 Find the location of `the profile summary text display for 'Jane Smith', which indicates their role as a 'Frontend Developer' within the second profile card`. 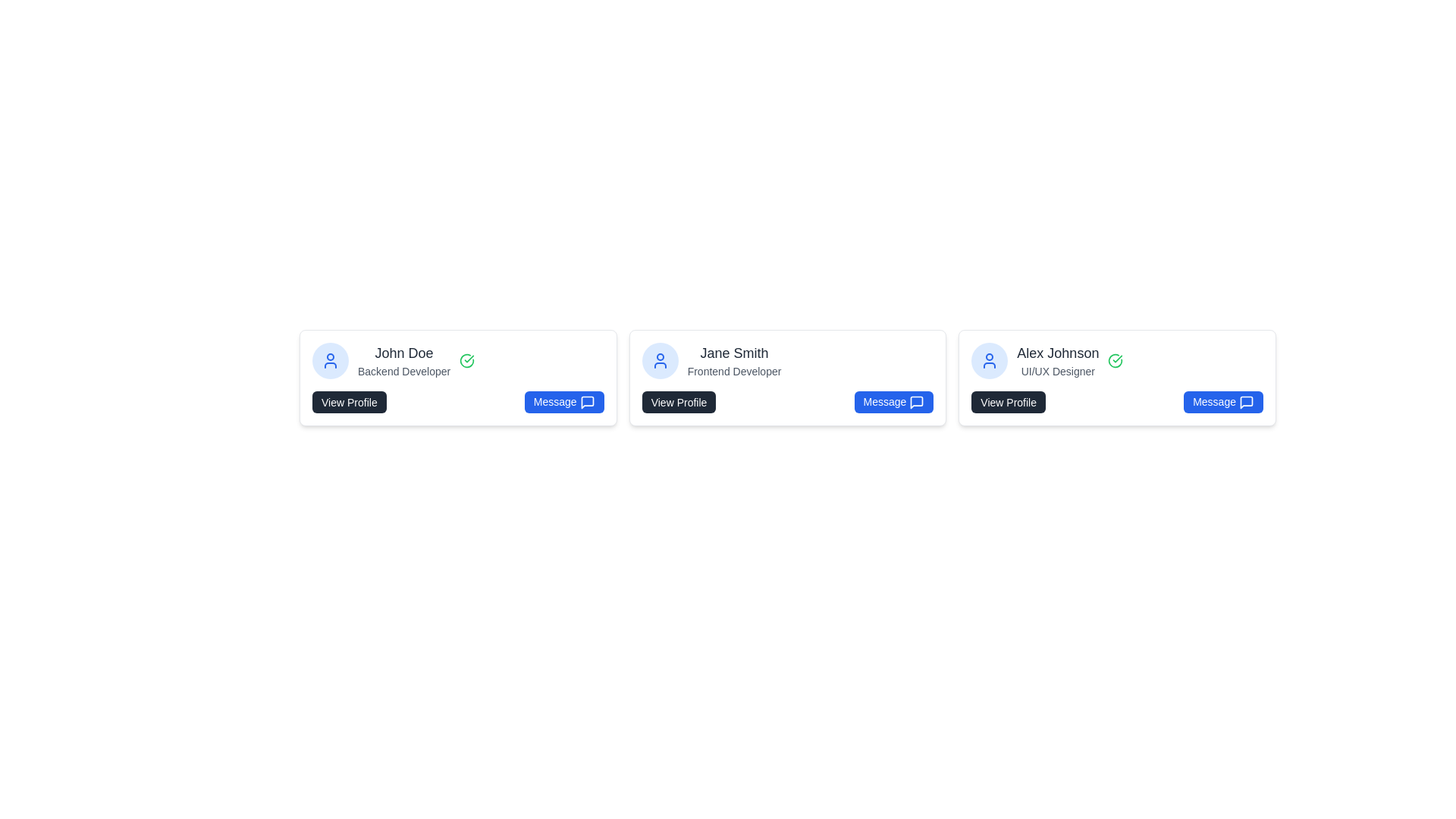

the profile summary text display for 'Jane Smith', which indicates their role as a 'Frontend Developer' within the second profile card is located at coordinates (734, 360).